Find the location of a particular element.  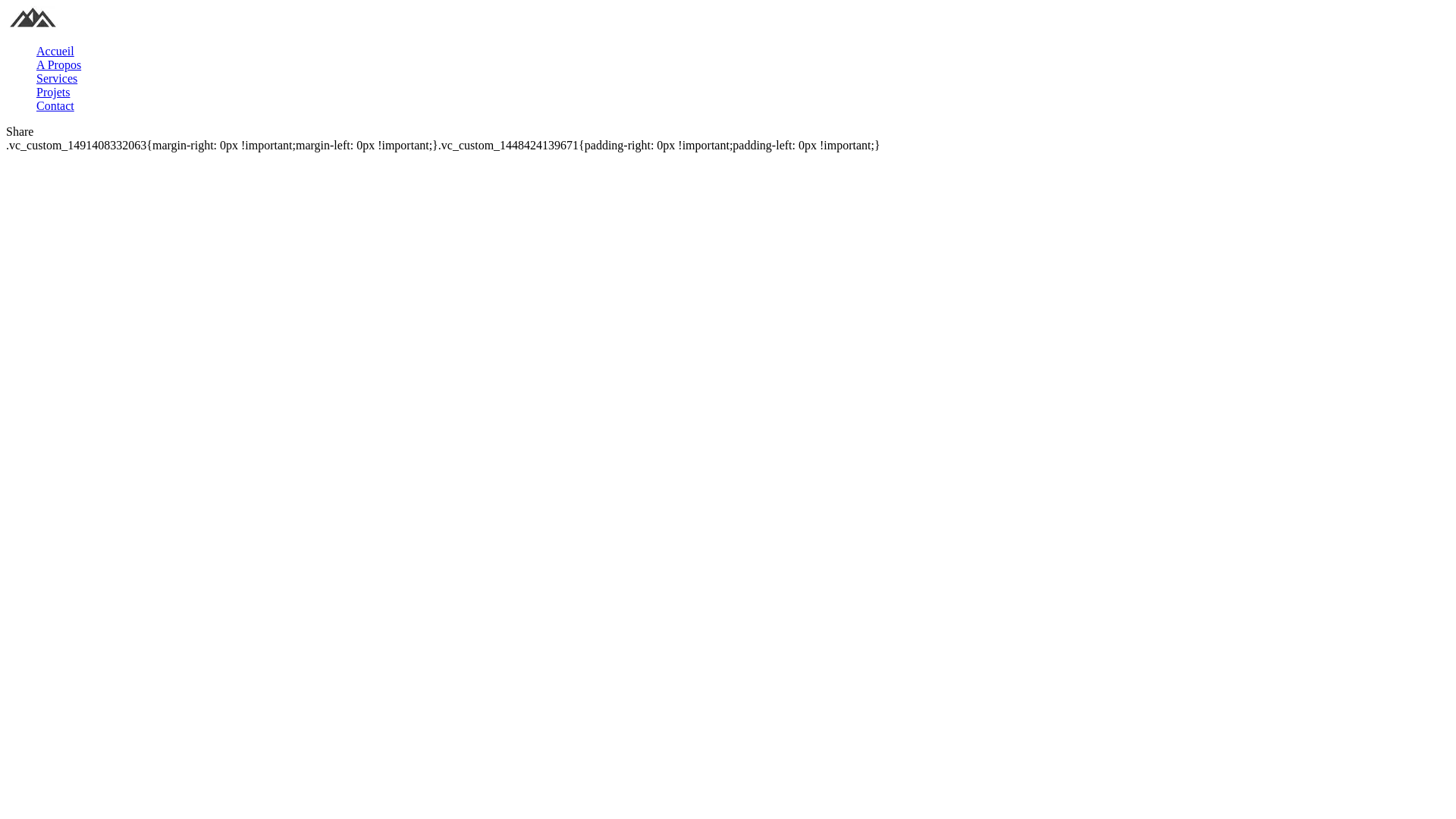

'Contact' is located at coordinates (55, 105).